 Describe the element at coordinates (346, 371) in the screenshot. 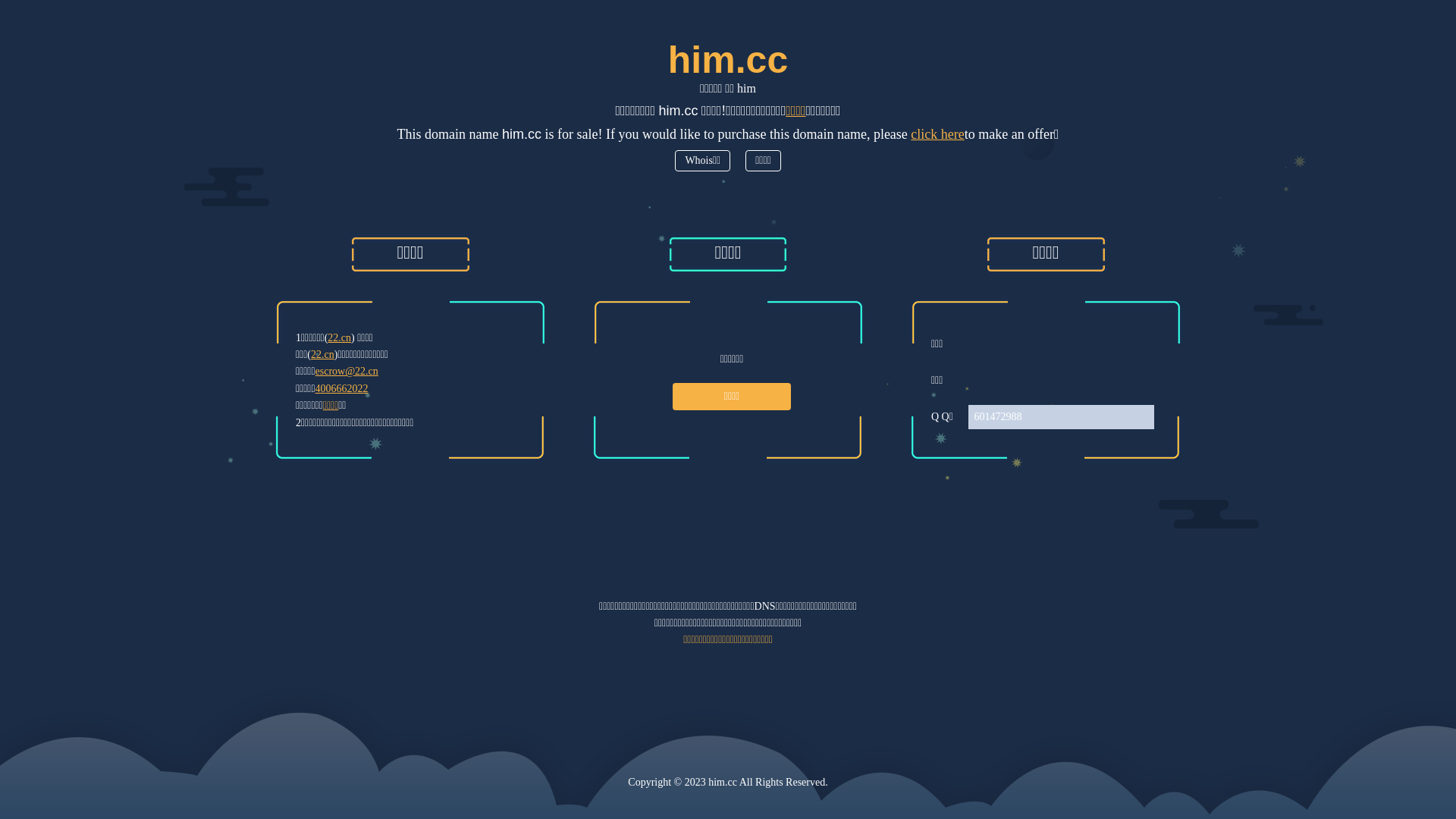

I see `'escrow@22.cn'` at that location.